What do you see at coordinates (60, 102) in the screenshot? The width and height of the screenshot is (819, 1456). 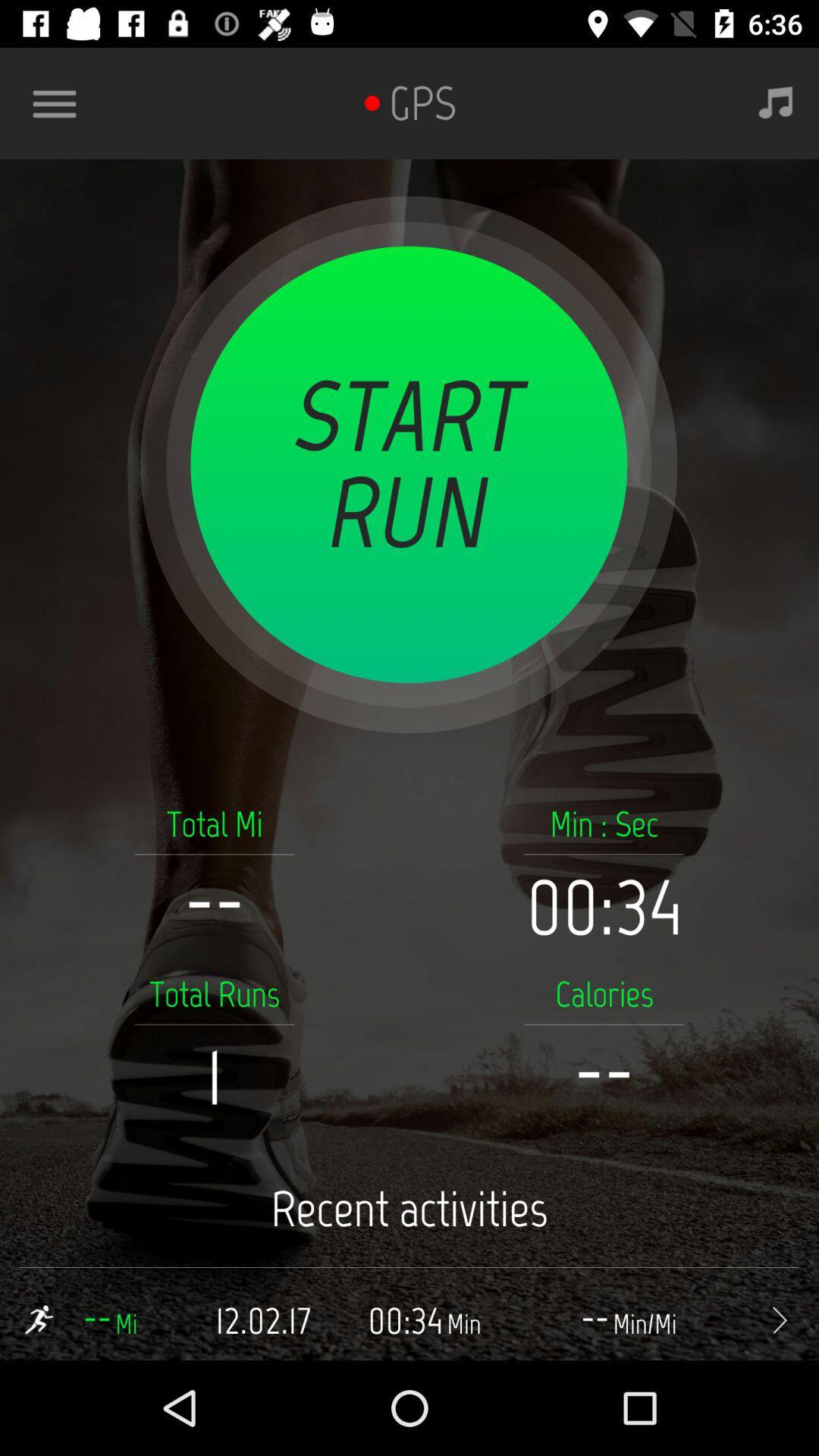 I see `open more options window` at bounding box center [60, 102].